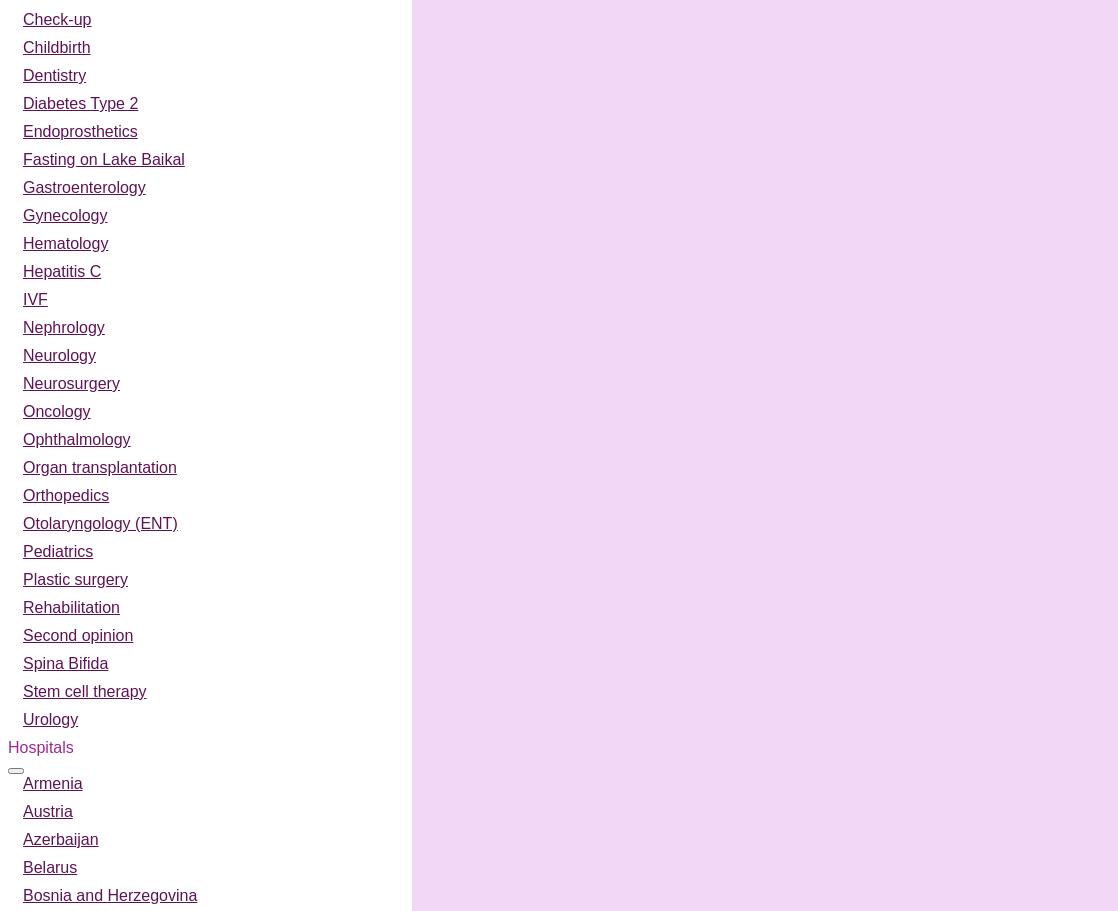 The width and height of the screenshot is (1118, 911). I want to click on 'Armenia', so click(52, 783).